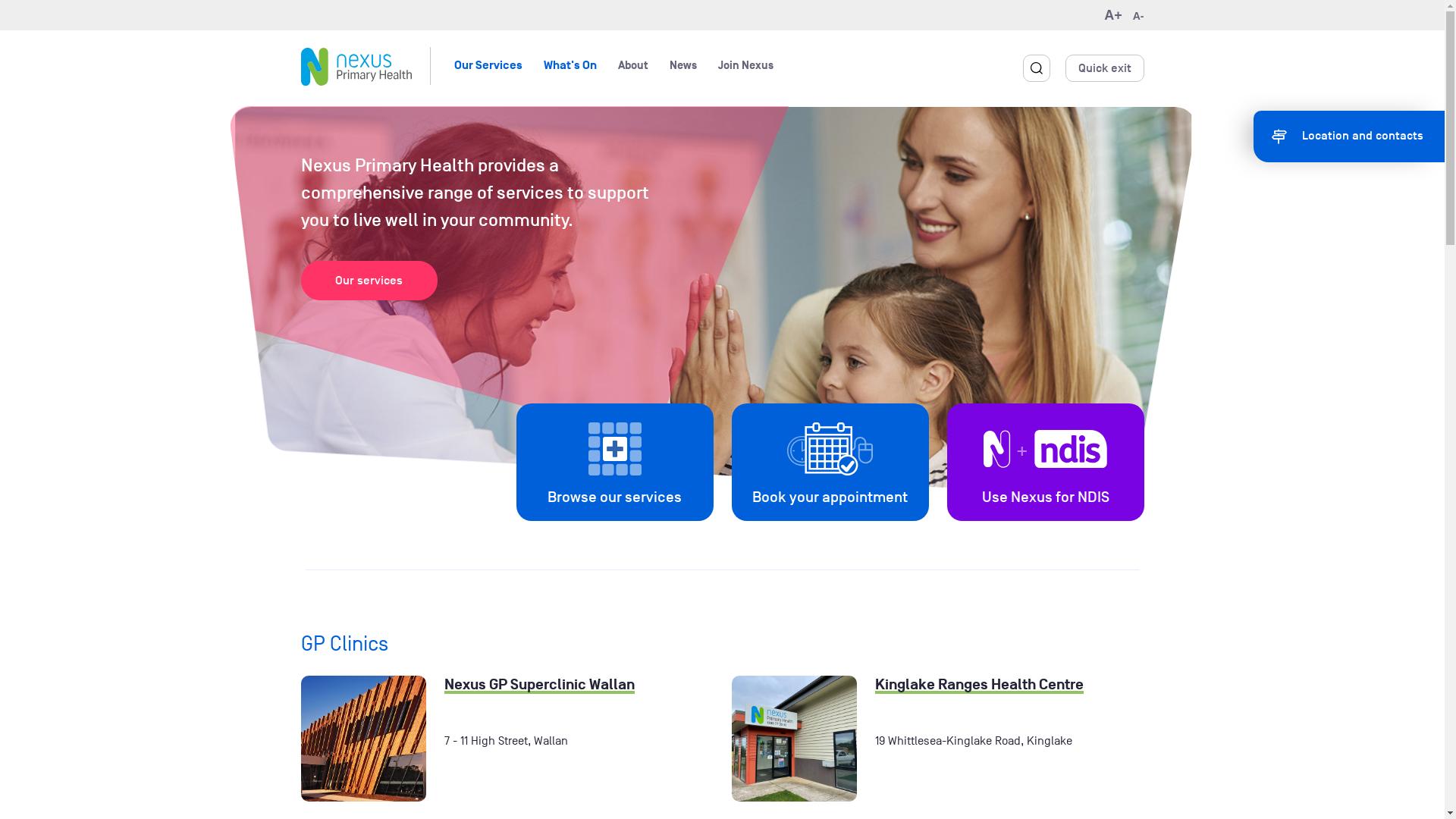 The width and height of the screenshot is (1456, 819). What do you see at coordinates (819, 461) in the screenshot?
I see `'Book your appointment'` at bounding box center [819, 461].